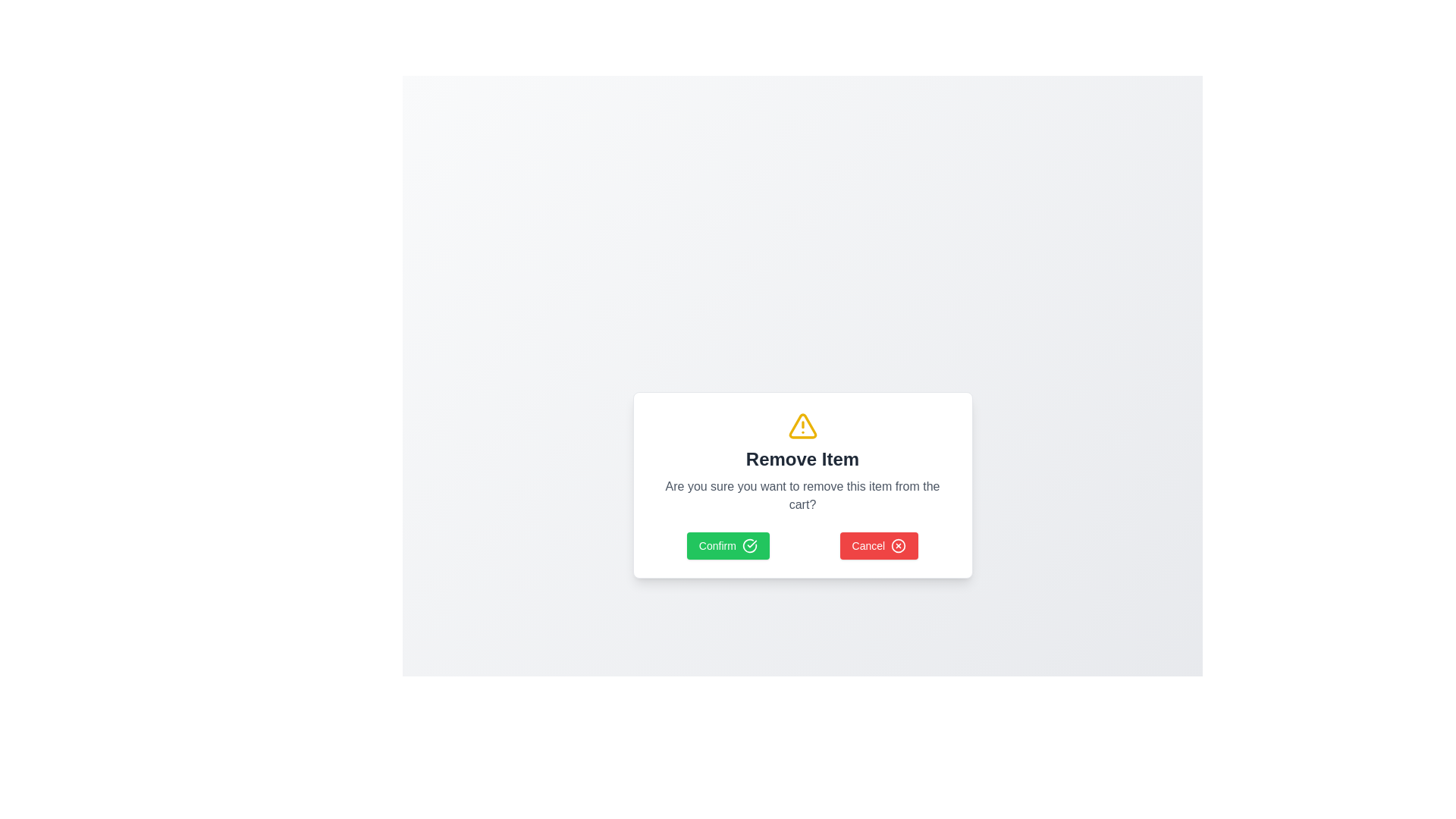  What do you see at coordinates (749, 546) in the screenshot?
I see `the 'Confirm' button which contains the SVG-based confirmation icon to approve the action` at bounding box center [749, 546].